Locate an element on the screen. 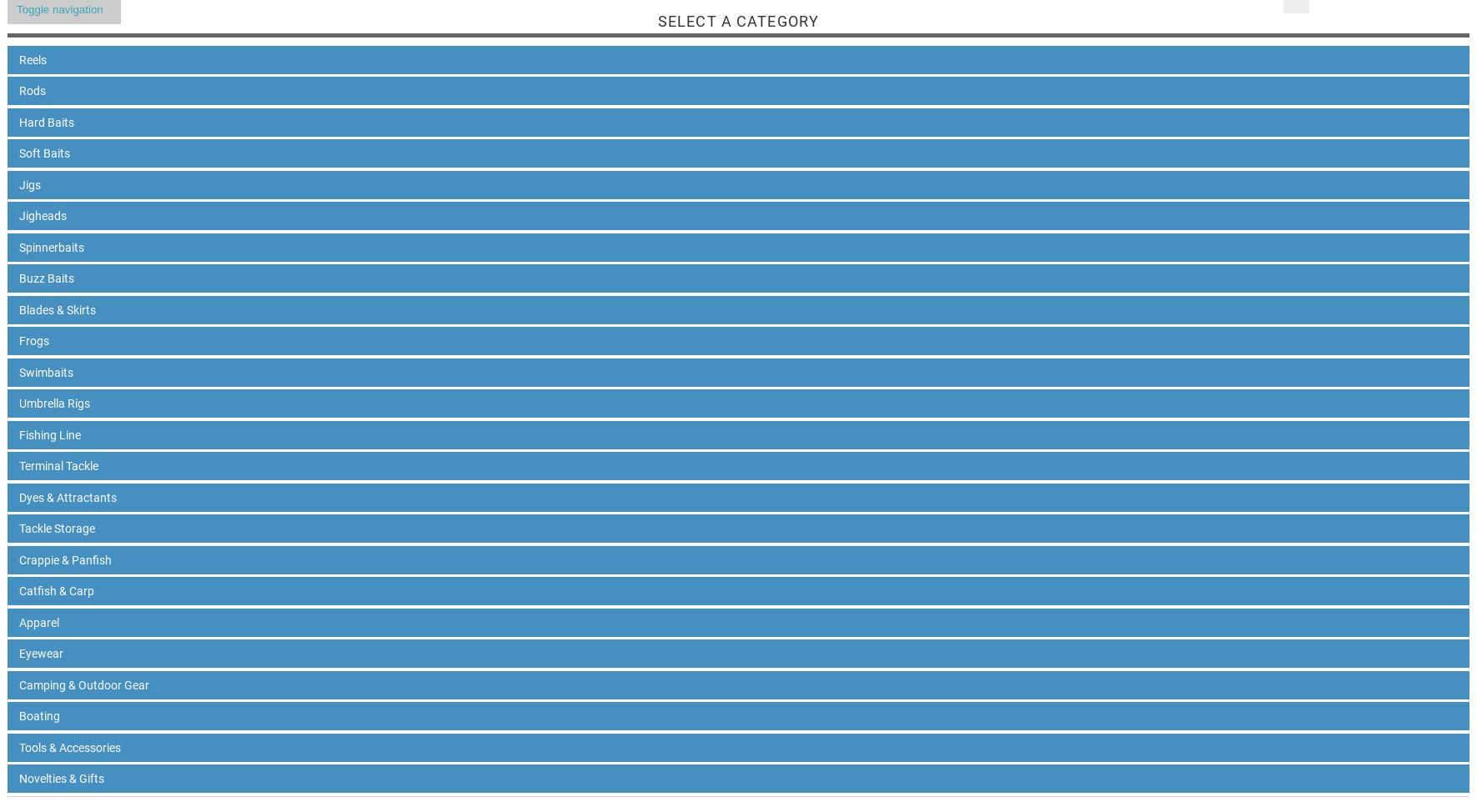  'Hard Baits' is located at coordinates (45, 121).